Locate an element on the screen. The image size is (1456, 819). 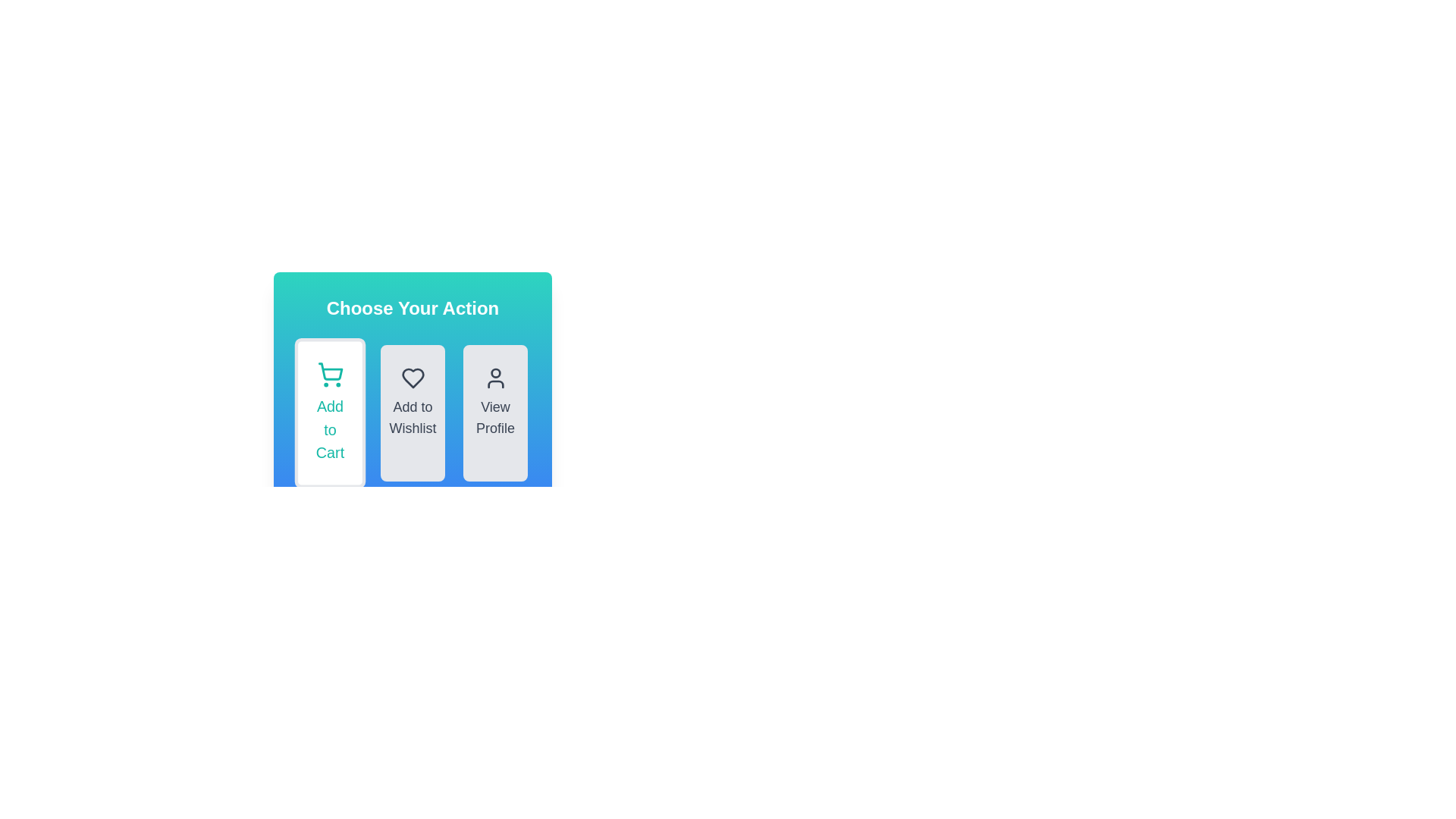
the vector graphic icon that visually represents adding an item to the user's wishlist, located at the center of the 'Add to Wishlist' button is located at coordinates (413, 377).